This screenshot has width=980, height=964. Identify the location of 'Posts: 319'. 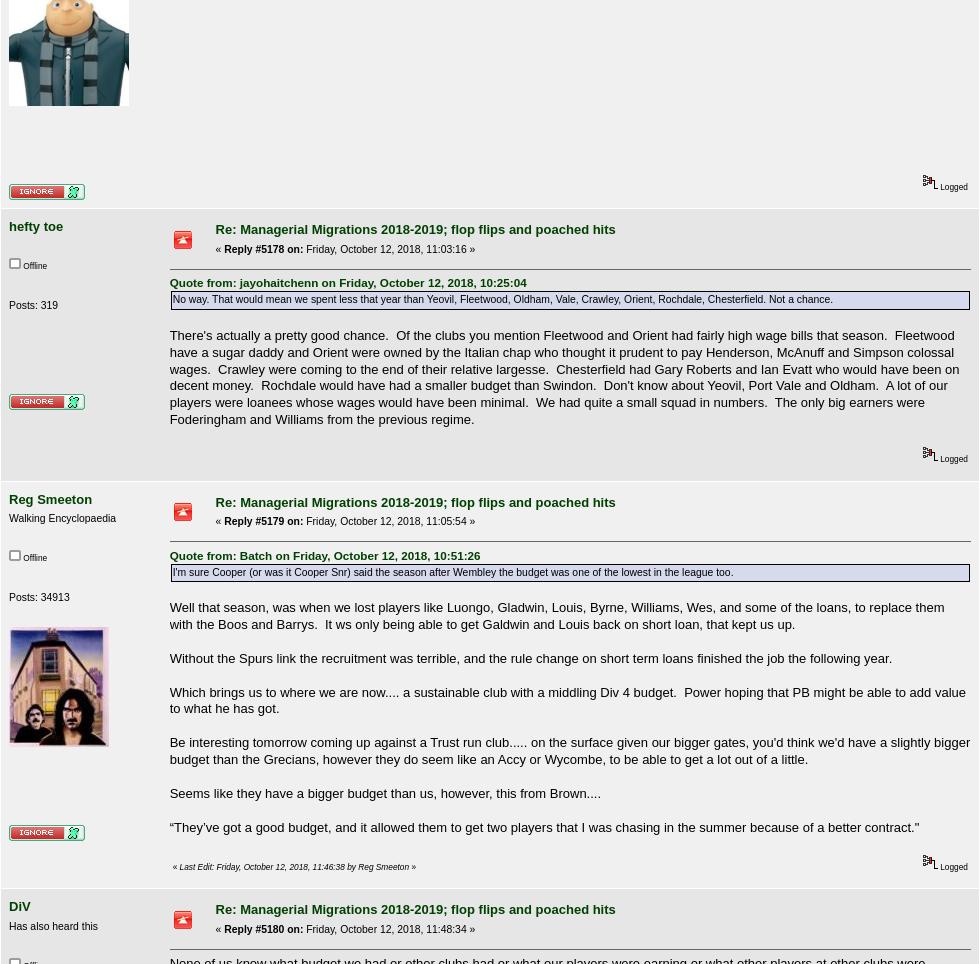
(33, 305).